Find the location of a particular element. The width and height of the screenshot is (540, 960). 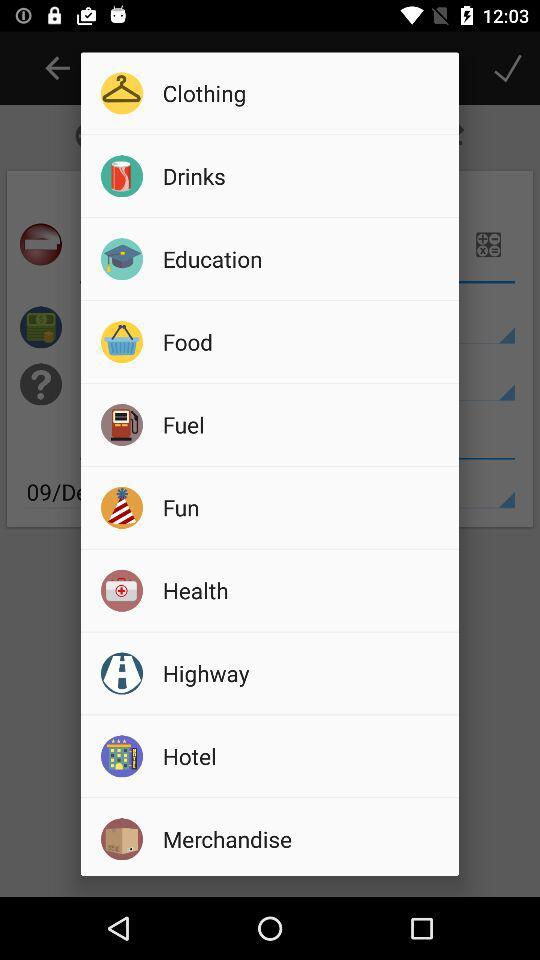

the fuel icon is located at coordinates (303, 424).